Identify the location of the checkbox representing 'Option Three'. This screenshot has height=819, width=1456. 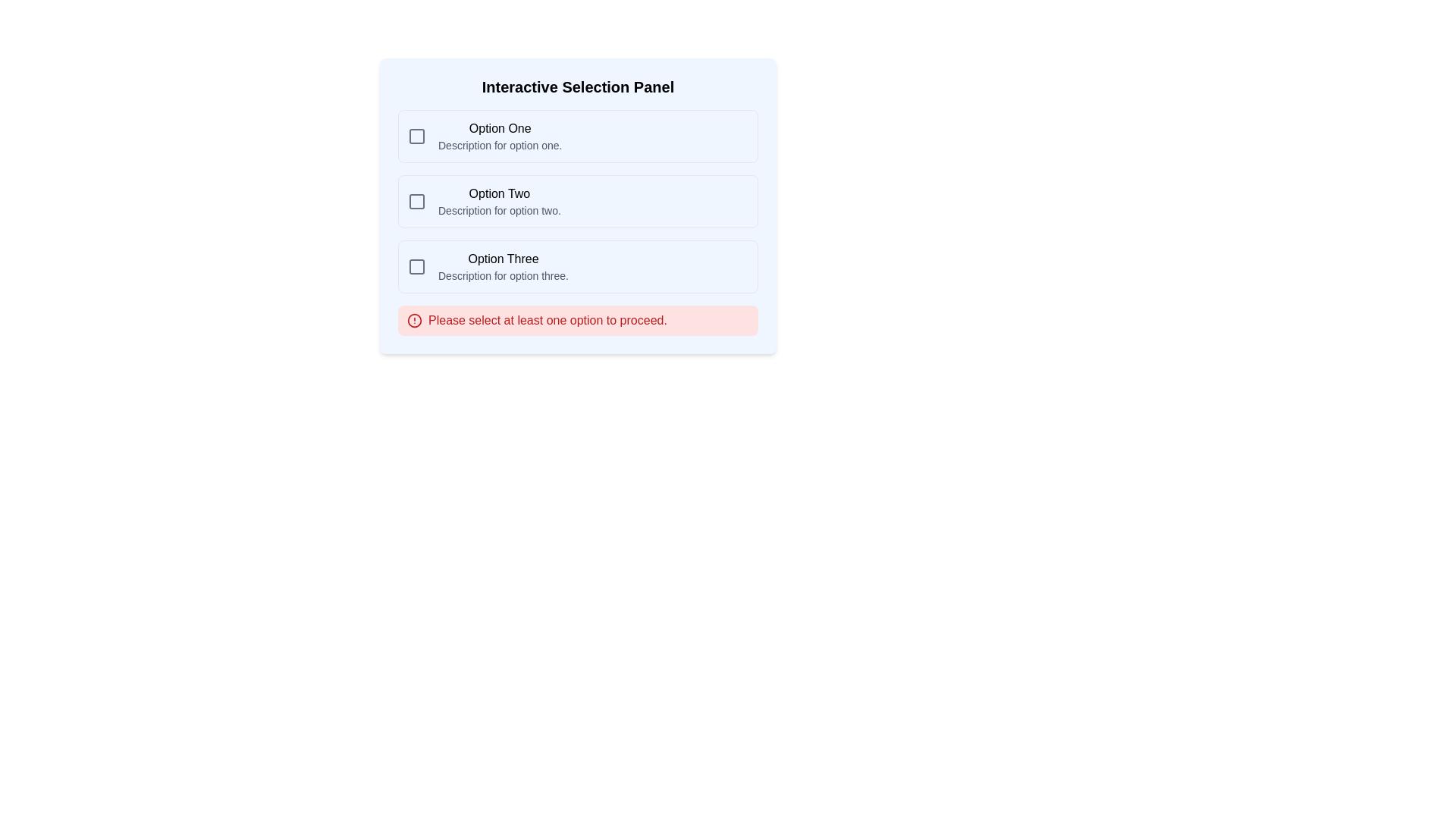
(417, 265).